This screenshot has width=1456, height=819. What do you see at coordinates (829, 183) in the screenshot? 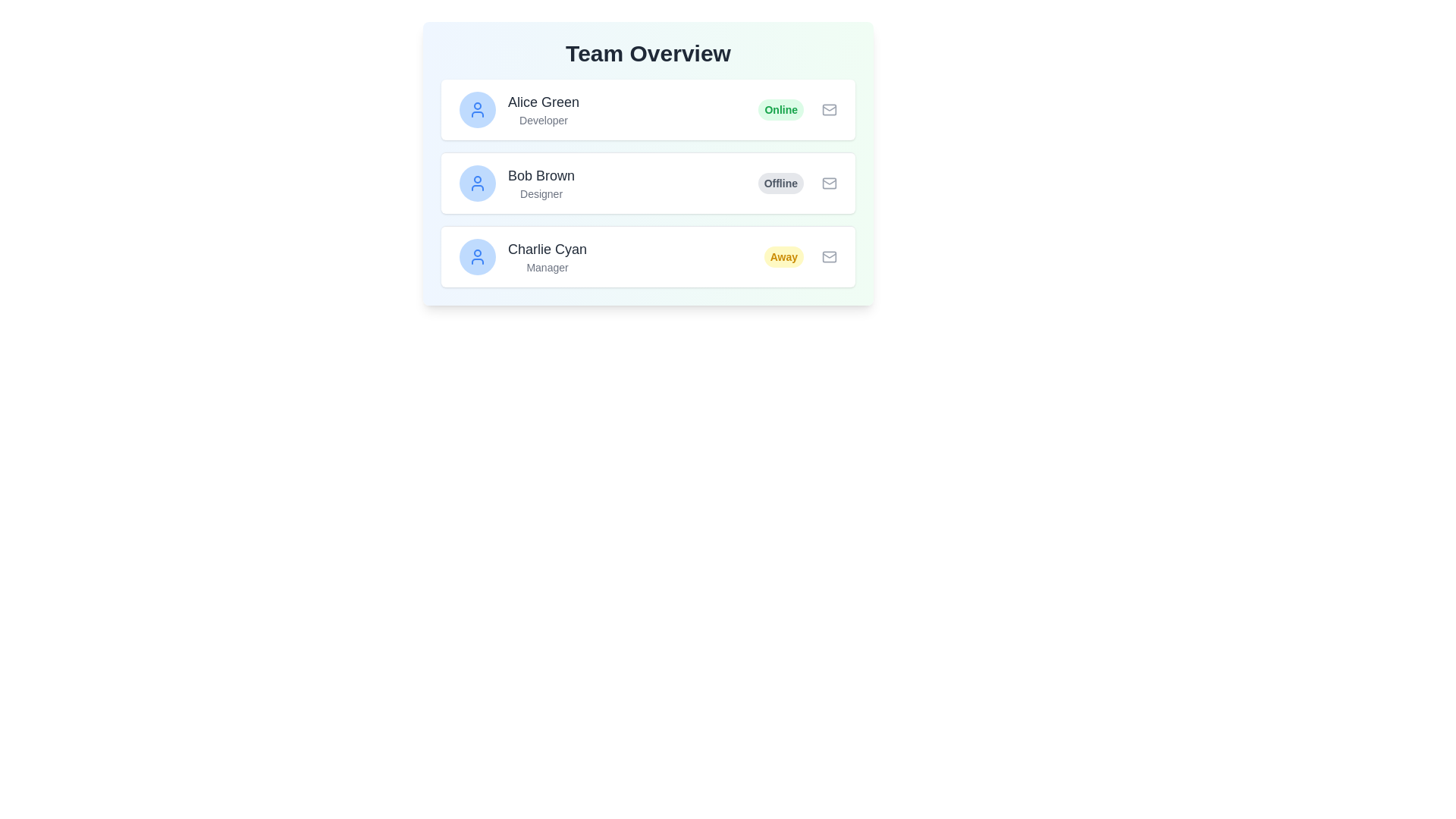
I see `the envelope-shaped icon representing email or messaging applications, located to the right of the box labeled 'Bob Brown' and 'Designer', adjacent to the 'Offline' status indicator` at bounding box center [829, 183].